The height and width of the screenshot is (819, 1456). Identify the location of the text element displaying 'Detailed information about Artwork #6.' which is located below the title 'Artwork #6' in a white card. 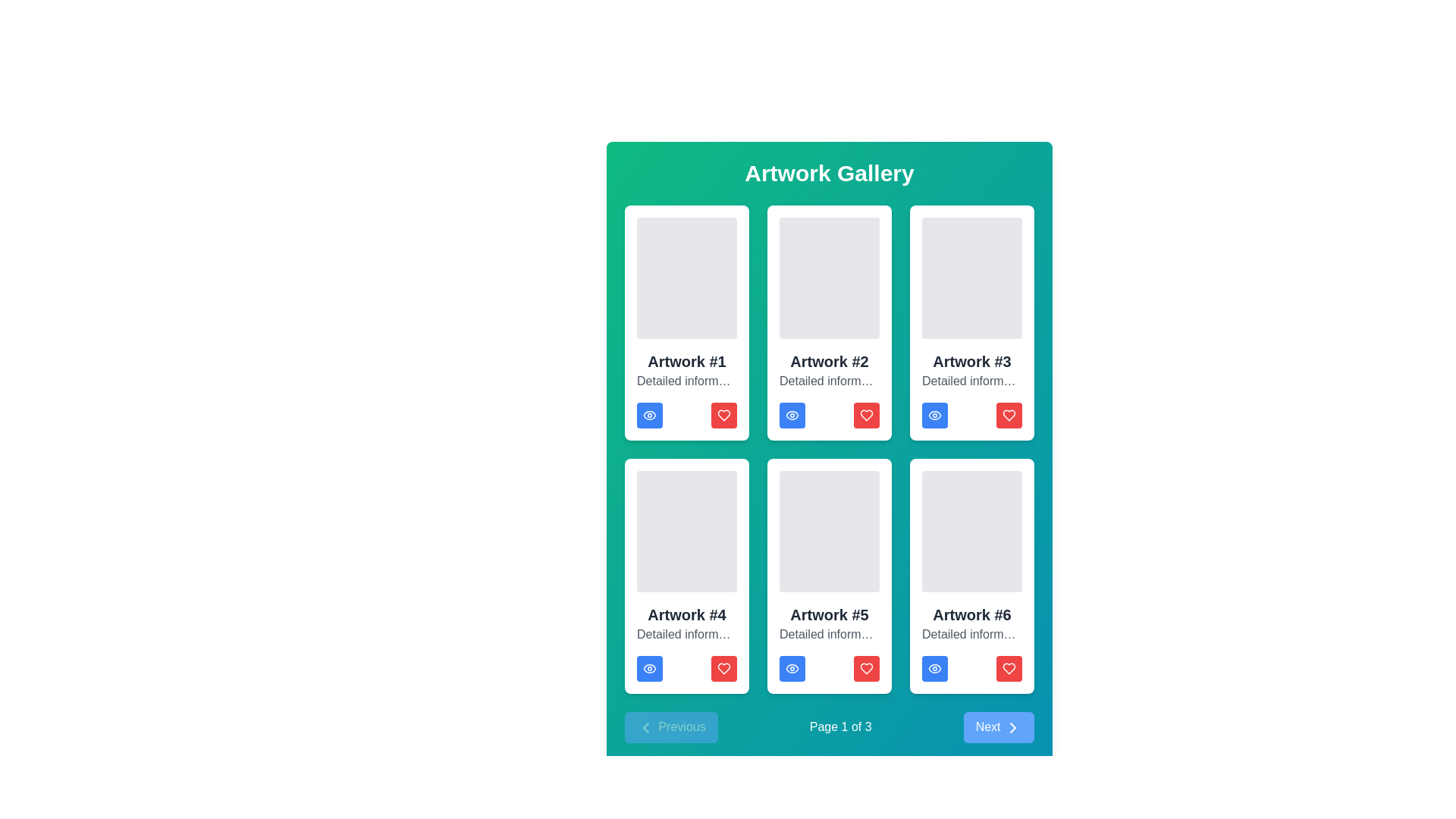
(971, 635).